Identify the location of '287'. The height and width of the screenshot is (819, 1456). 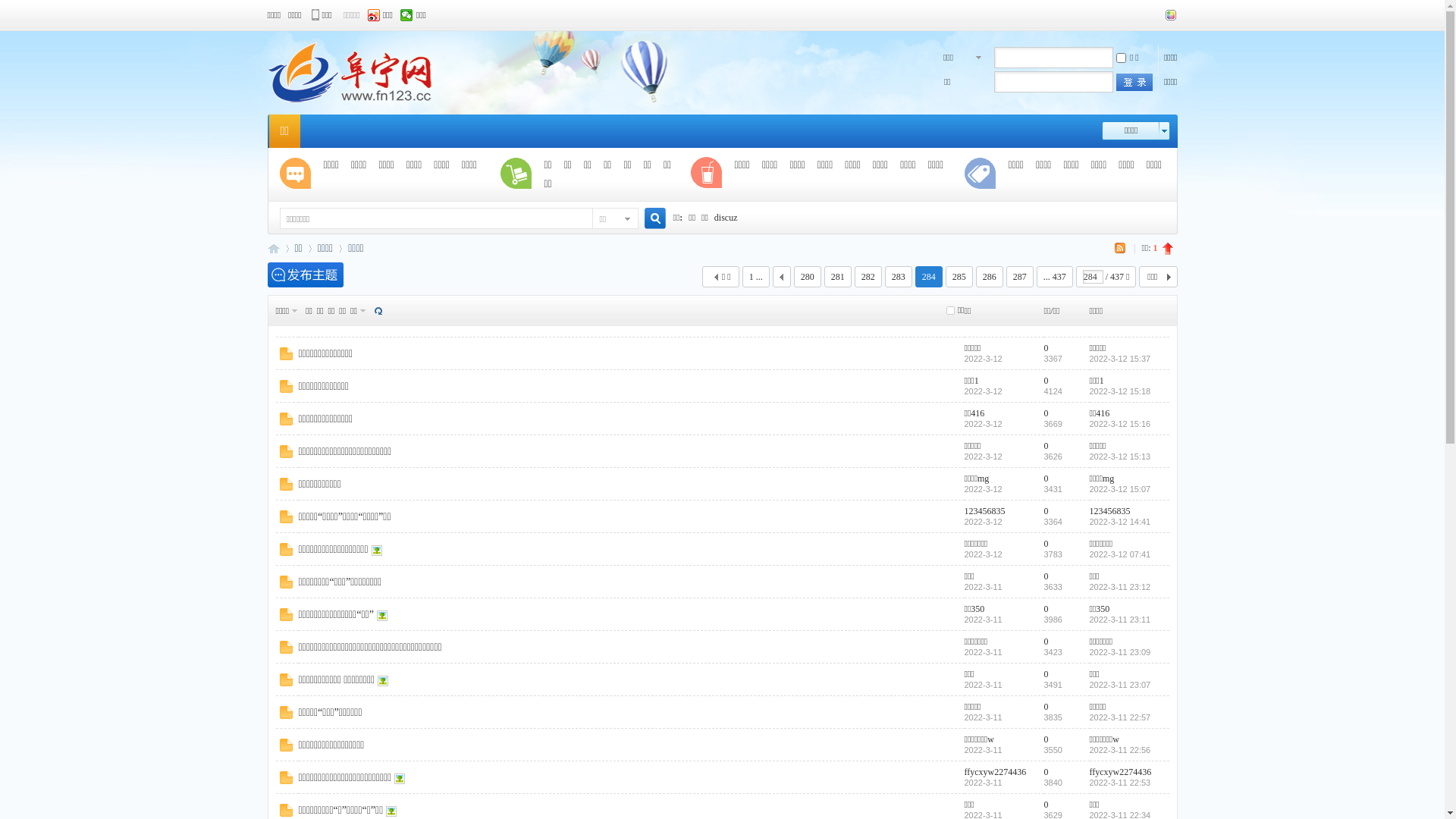
(1019, 277).